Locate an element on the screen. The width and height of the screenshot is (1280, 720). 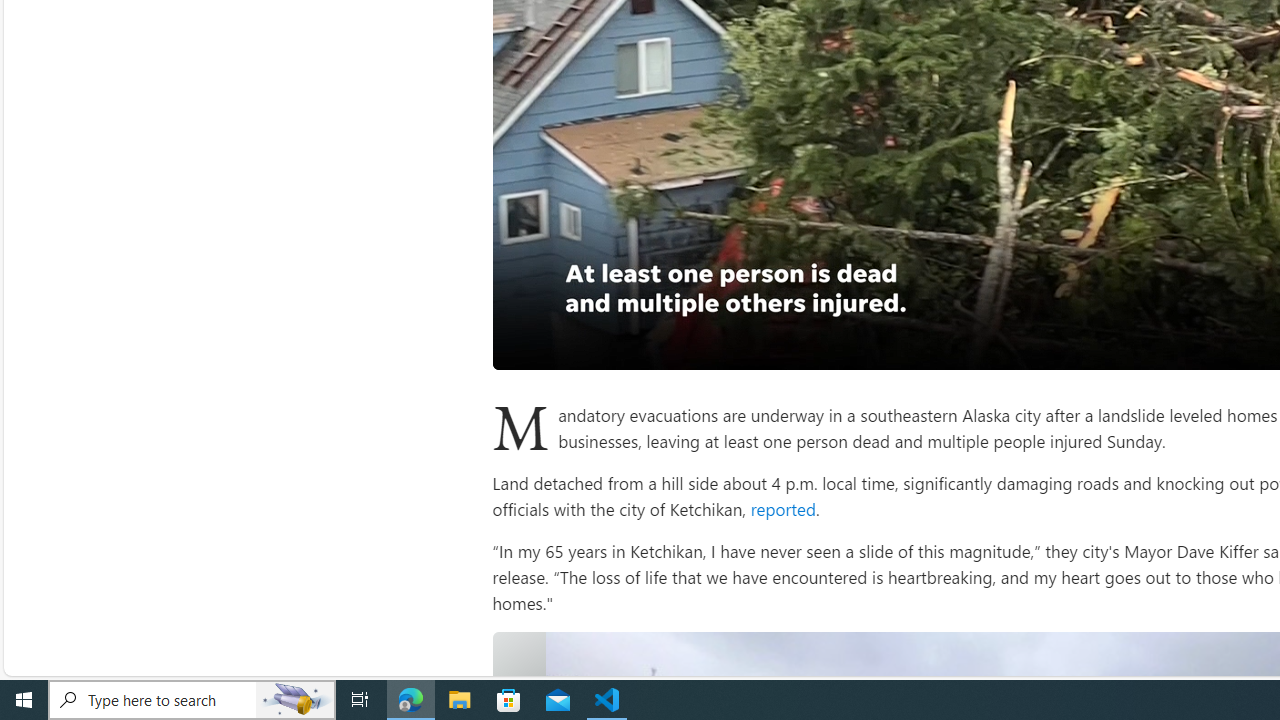
' reported' is located at coordinates (780, 507).